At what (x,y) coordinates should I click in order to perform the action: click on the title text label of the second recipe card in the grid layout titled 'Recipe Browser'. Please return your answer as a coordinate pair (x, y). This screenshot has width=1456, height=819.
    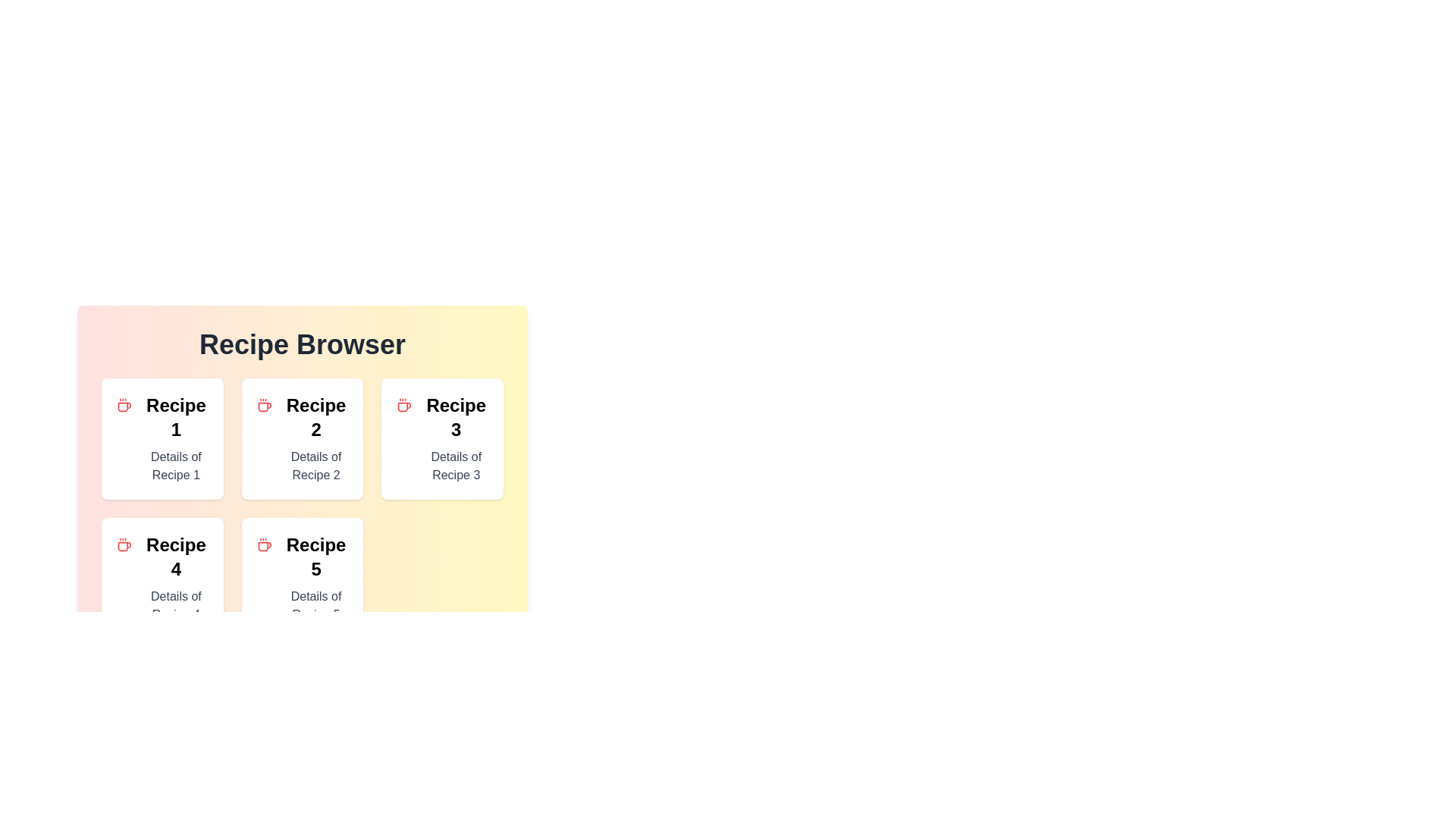
    Looking at the image, I should click on (315, 418).